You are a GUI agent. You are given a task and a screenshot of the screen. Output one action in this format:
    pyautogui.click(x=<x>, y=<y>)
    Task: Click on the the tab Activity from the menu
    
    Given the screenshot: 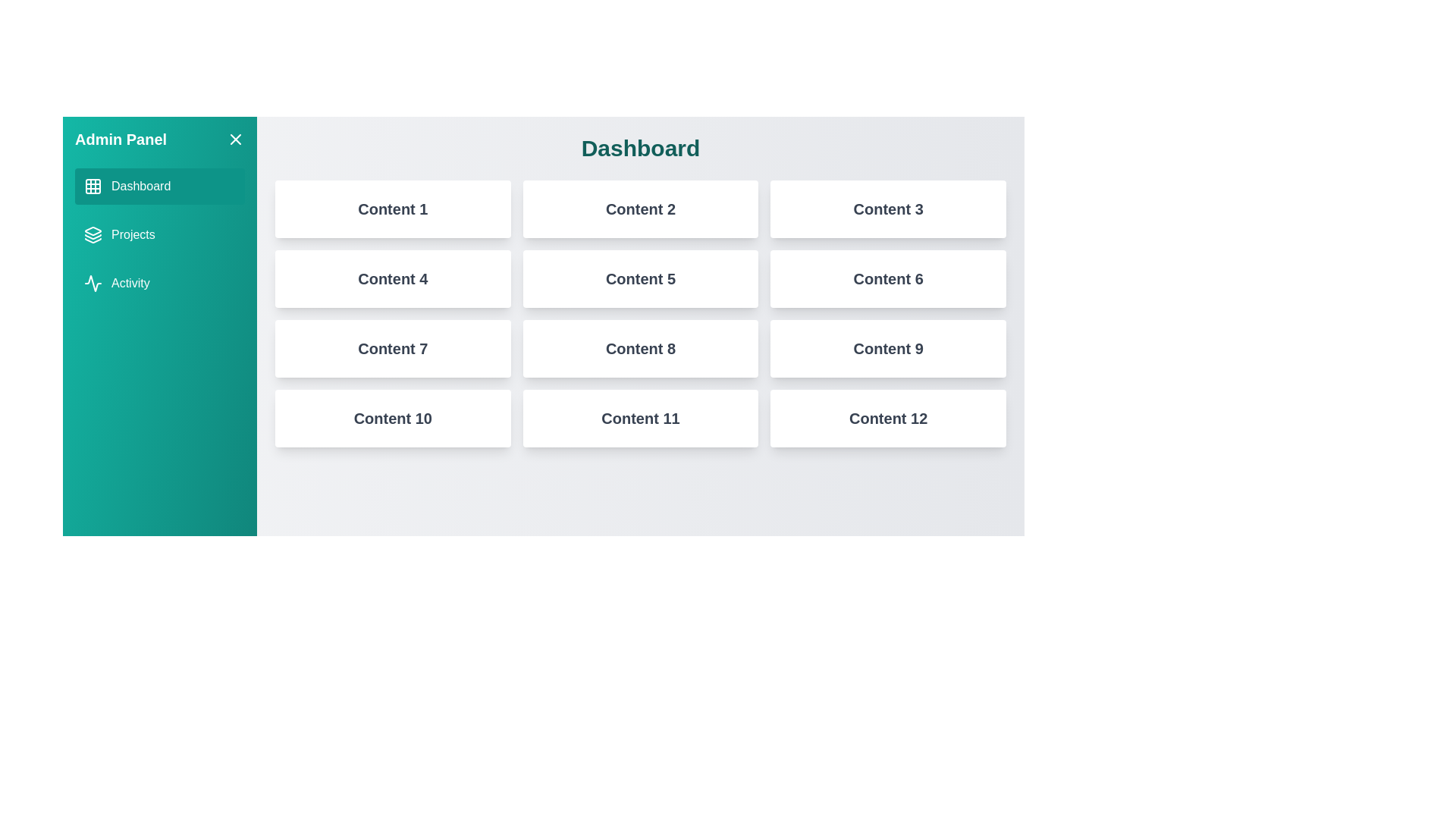 What is the action you would take?
    pyautogui.click(x=160, y=284)
    